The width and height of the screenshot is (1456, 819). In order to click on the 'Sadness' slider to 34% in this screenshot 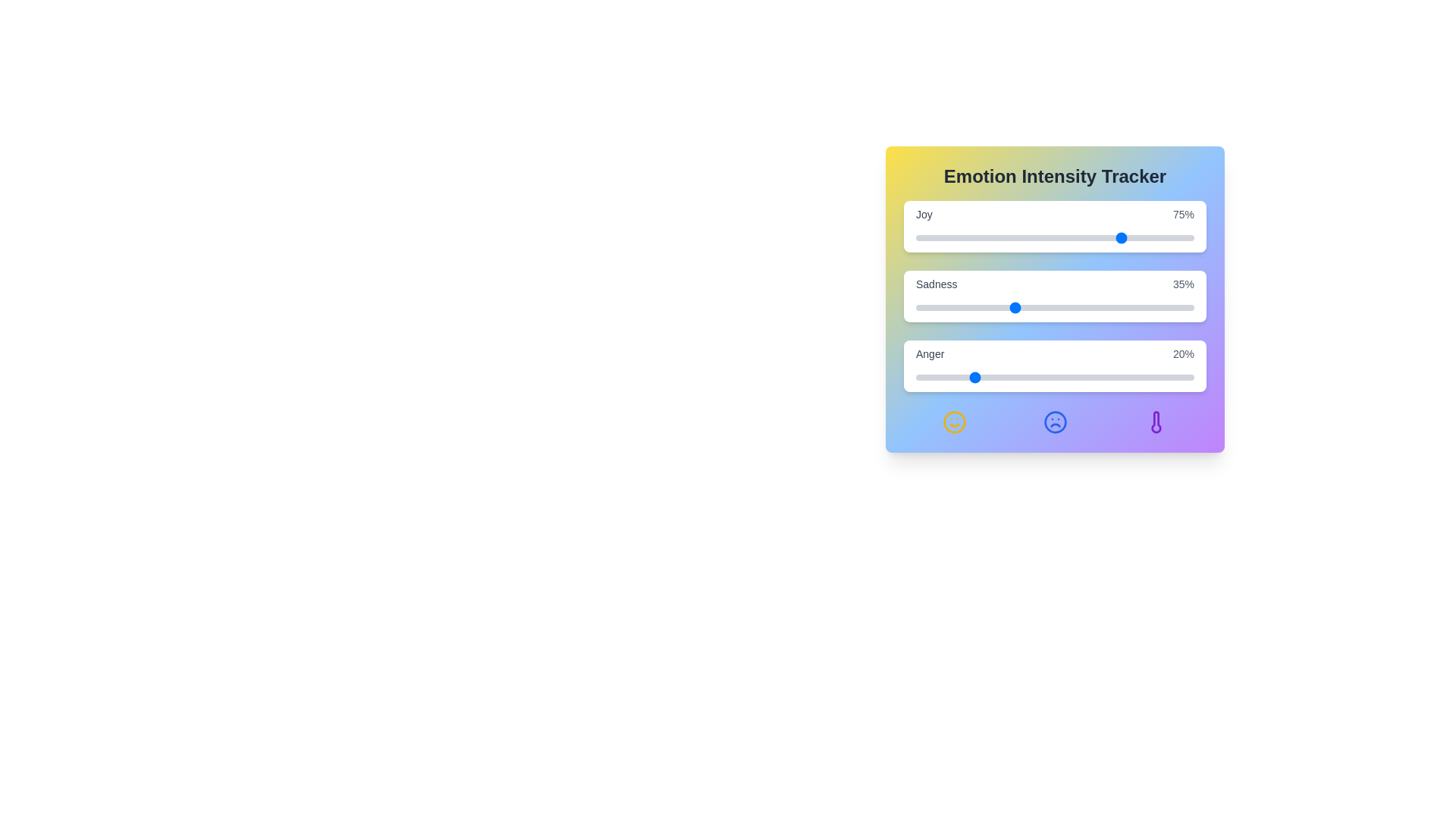, I will do `click(1010, 307)`.